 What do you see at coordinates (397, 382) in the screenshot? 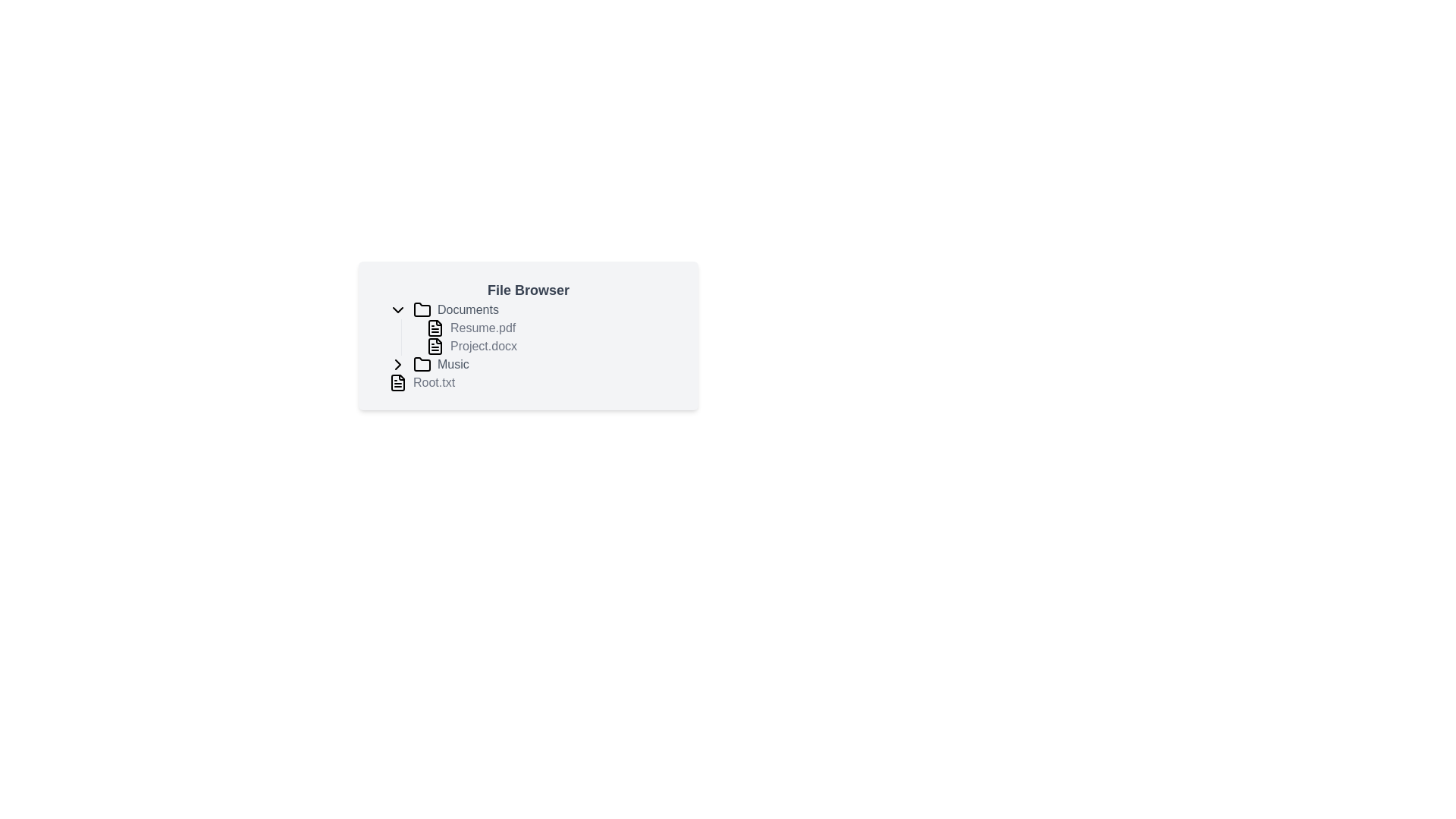
I see `the icon representing a text file, which has a black outline and is located next to the label 'Root.txt' in the file browser interface` at bounding box center [397, 382].